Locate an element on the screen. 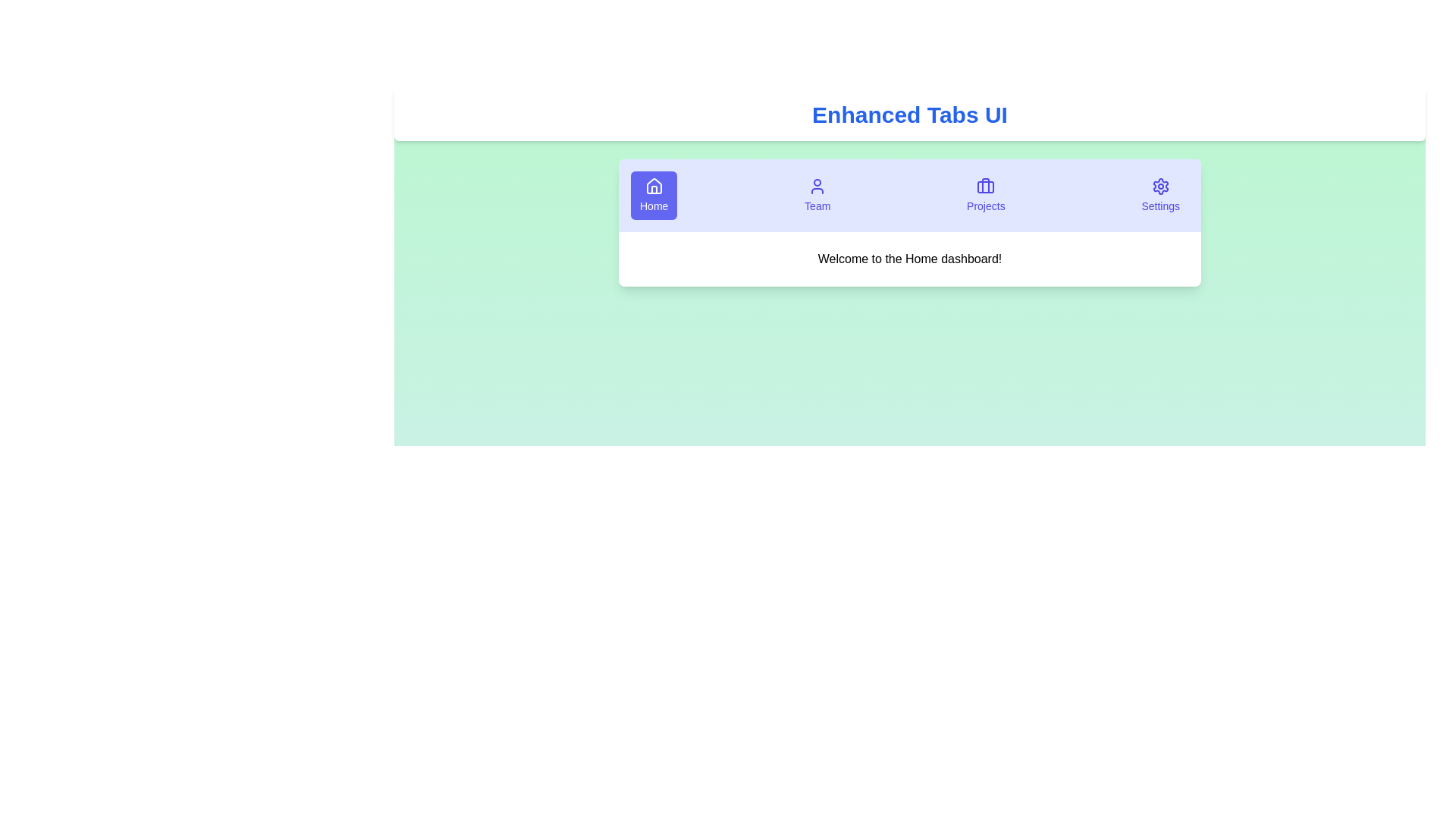 The height and width of the screenshot is (819, 1456). the 'Projects' tab SVG Icon, which is the third tab from the left is located at coordinates (986, 186).